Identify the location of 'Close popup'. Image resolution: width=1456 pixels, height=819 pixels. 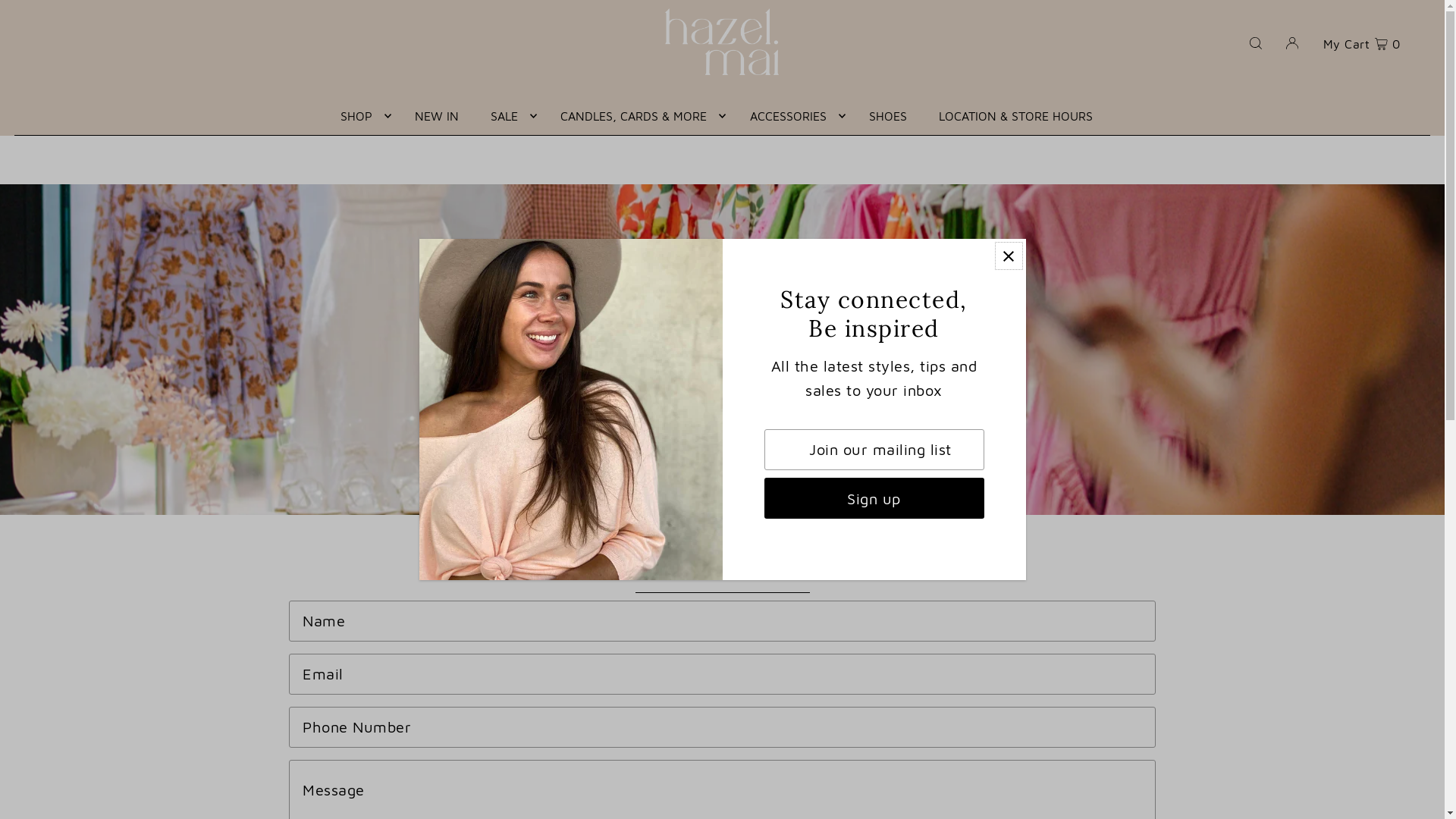
(1008, 255).